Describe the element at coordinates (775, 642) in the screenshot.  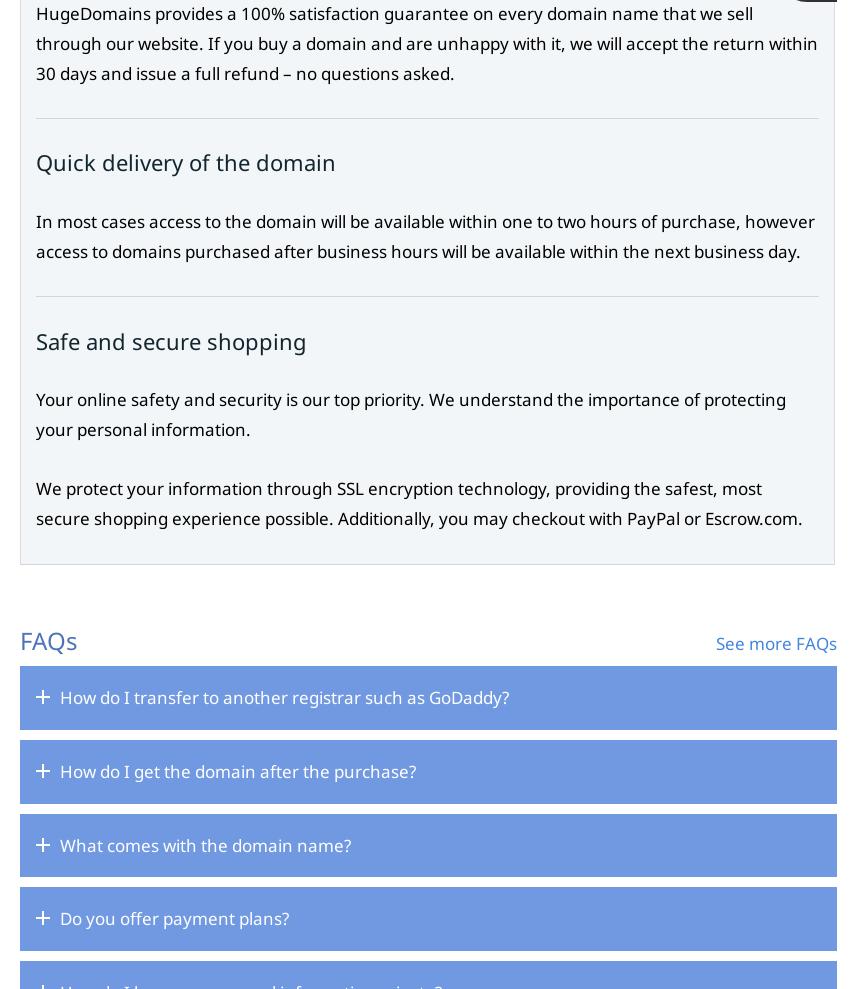
I see `'See more FAQs'` at that location.